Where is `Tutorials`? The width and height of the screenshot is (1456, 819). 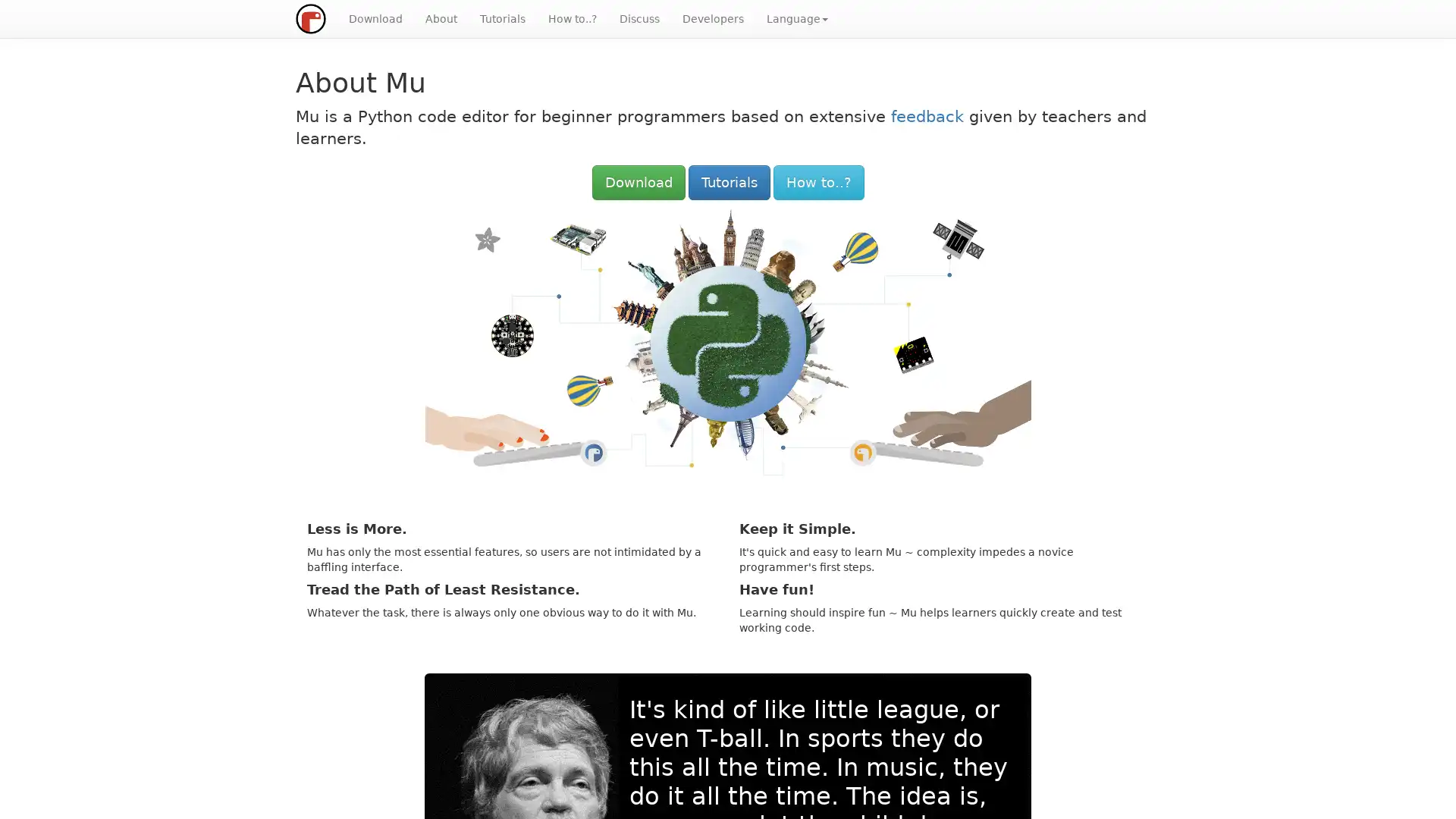 Tutorials is located at coordinates (728, 181).